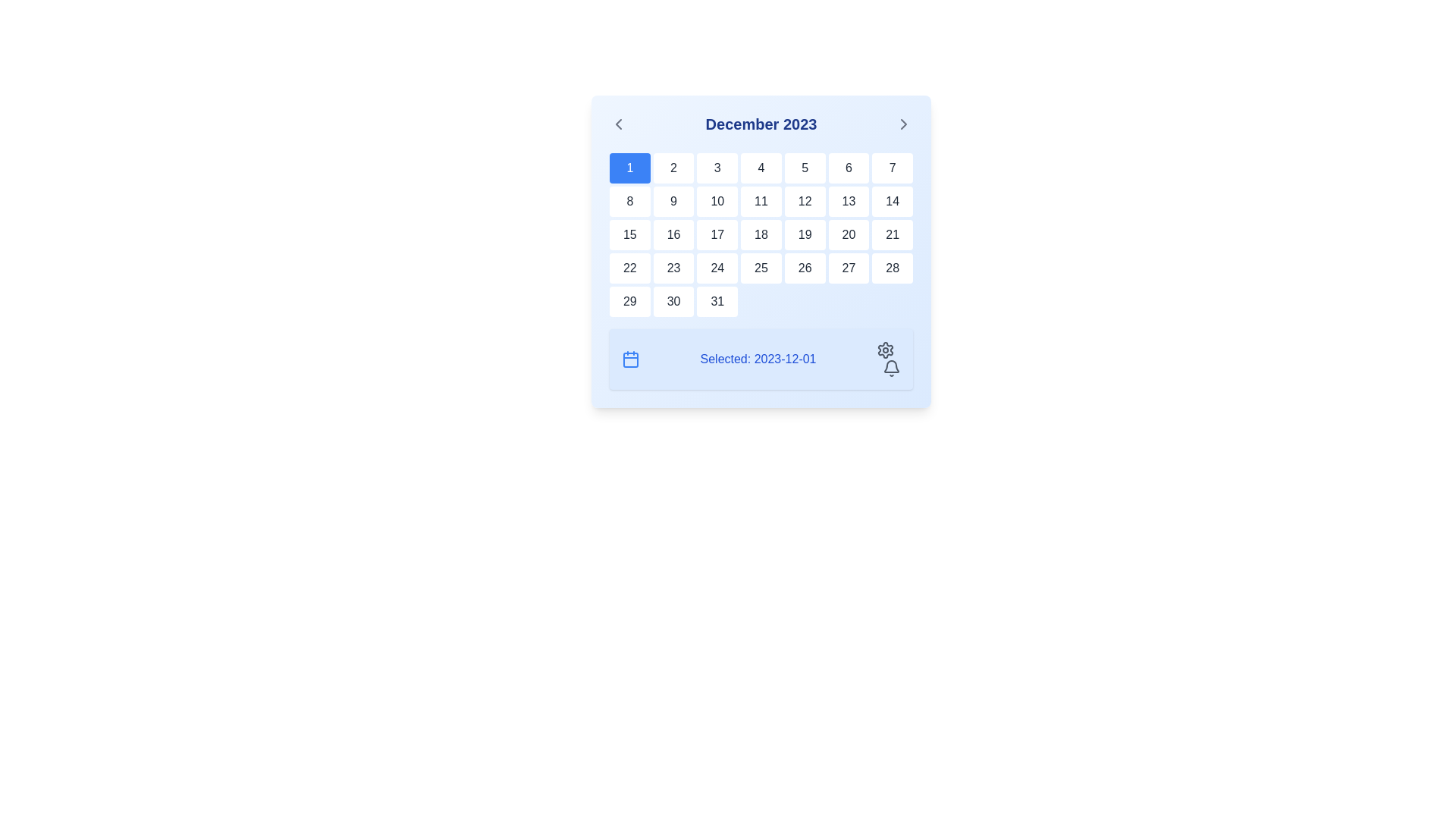 This screenshot has width=1456, height=819. Describe the element at coordinates (629, 168) in the screenshot. I see `the Date Cell button displaying the number '1' in a blue background, located in the 'December 2023' calendar interface` at that location.